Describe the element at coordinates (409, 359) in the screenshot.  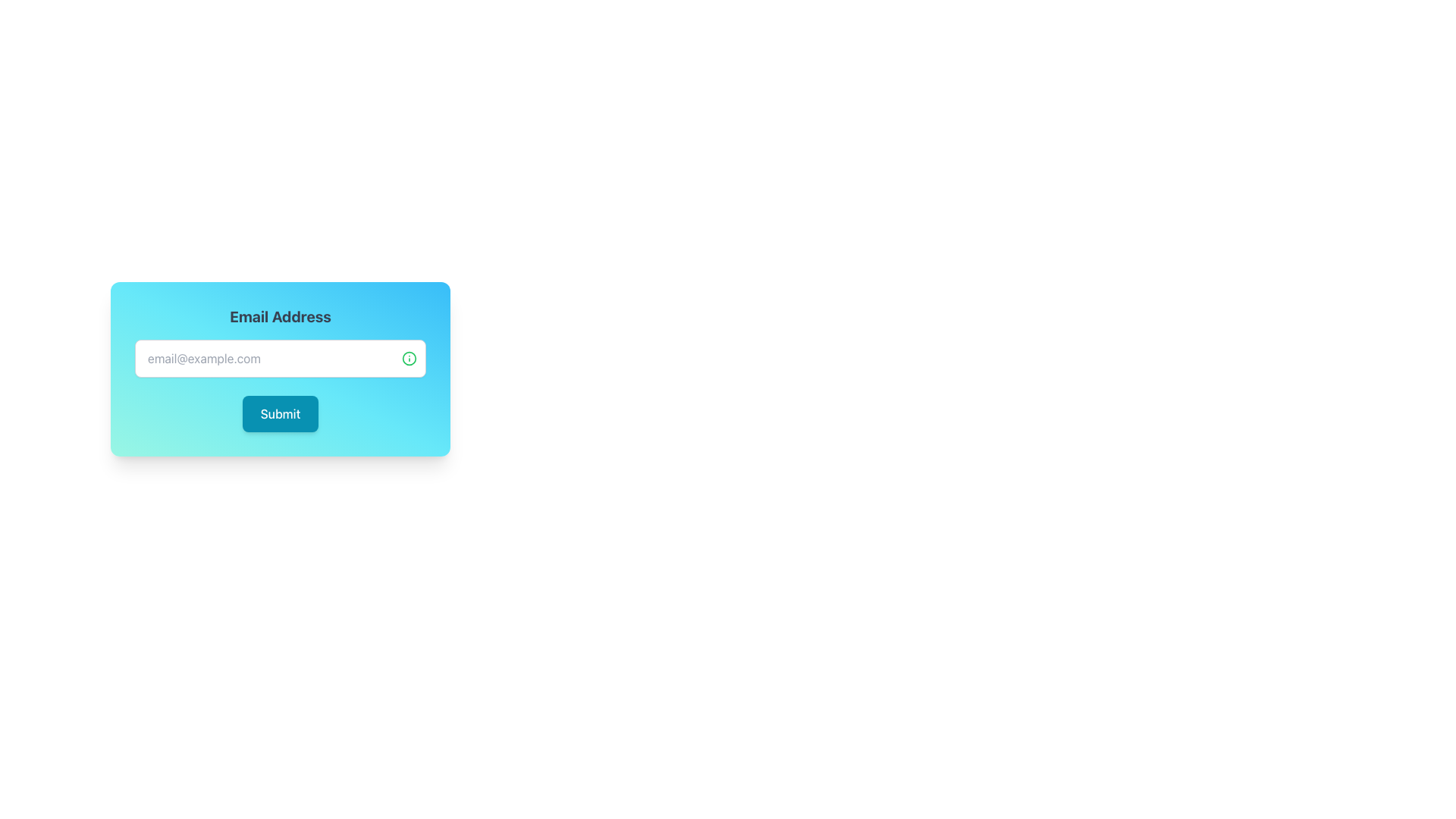
I see `the information or help icon located at the right end of the email input field within the blue and white gradient panel titled 'Email Address'` at that location.